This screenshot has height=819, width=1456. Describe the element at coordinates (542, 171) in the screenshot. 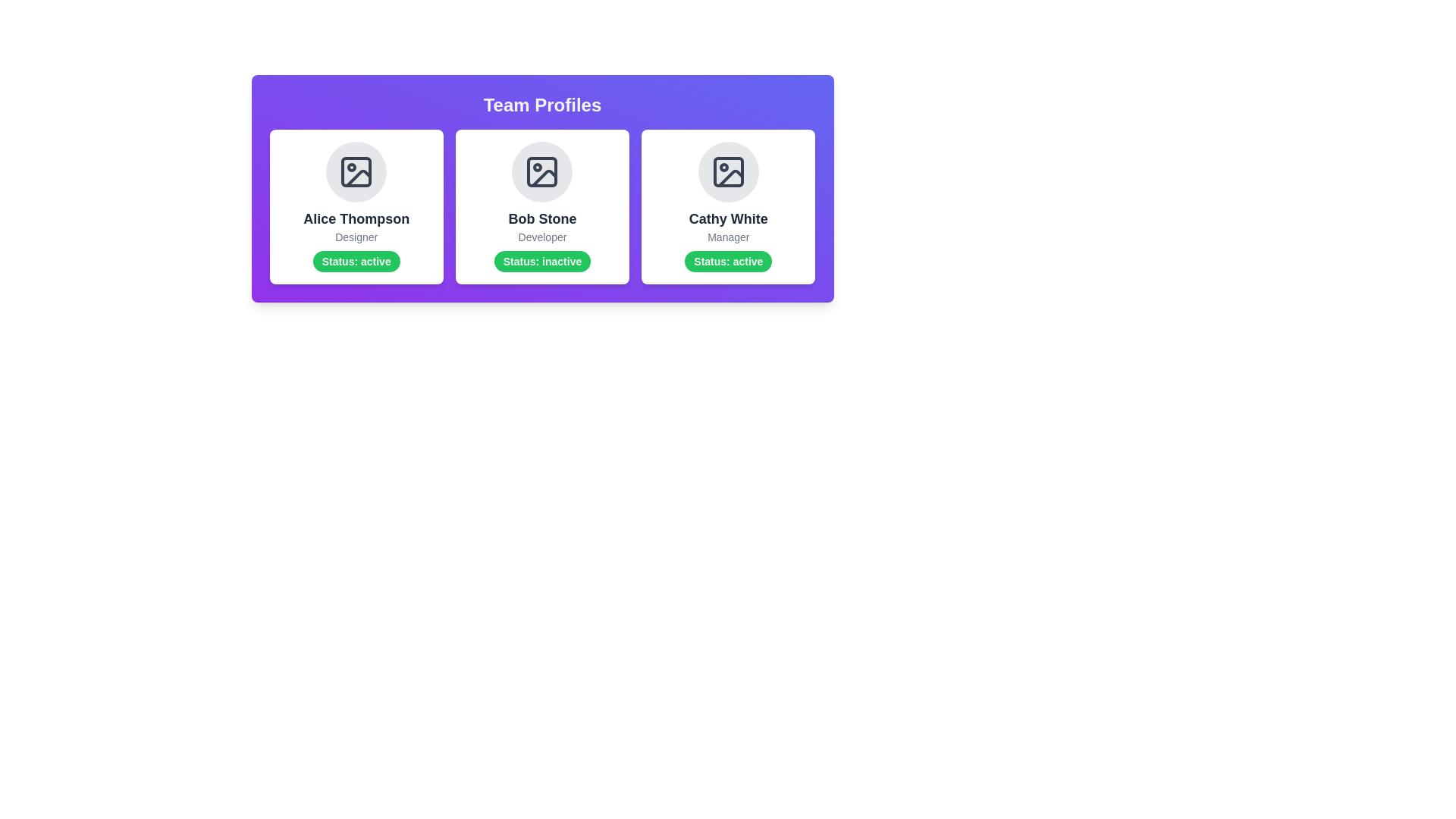

I see `the gray-shaded rectangular icon with rounded edges located in the upper-left corner of the avatar area of the profile card for 'Bob Stone'` at that location.